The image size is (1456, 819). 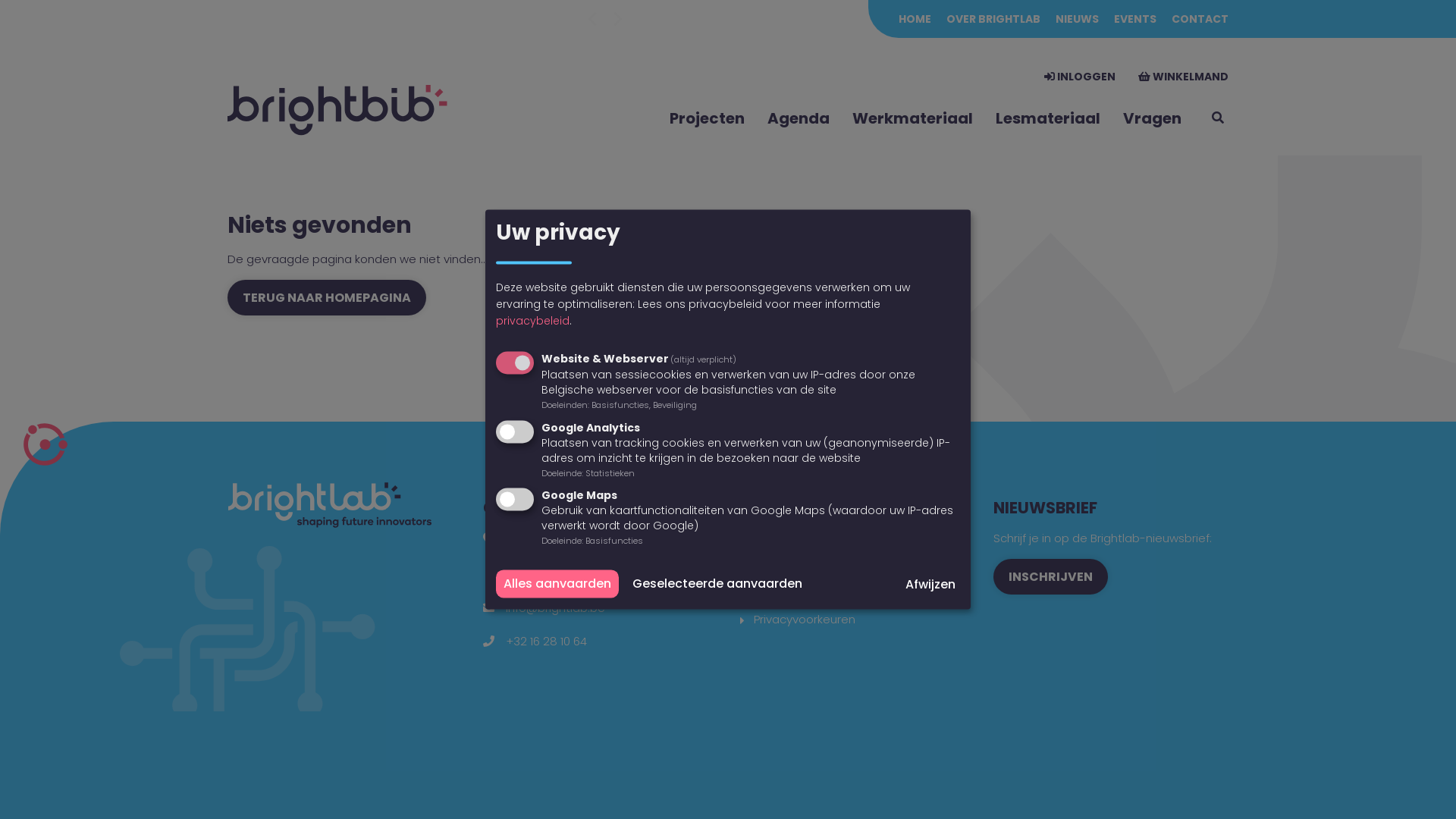 What do you see at coordinates (1123, 117) in the screenshot?
I see `'Vragen'` at bounding box center [1123, 117].